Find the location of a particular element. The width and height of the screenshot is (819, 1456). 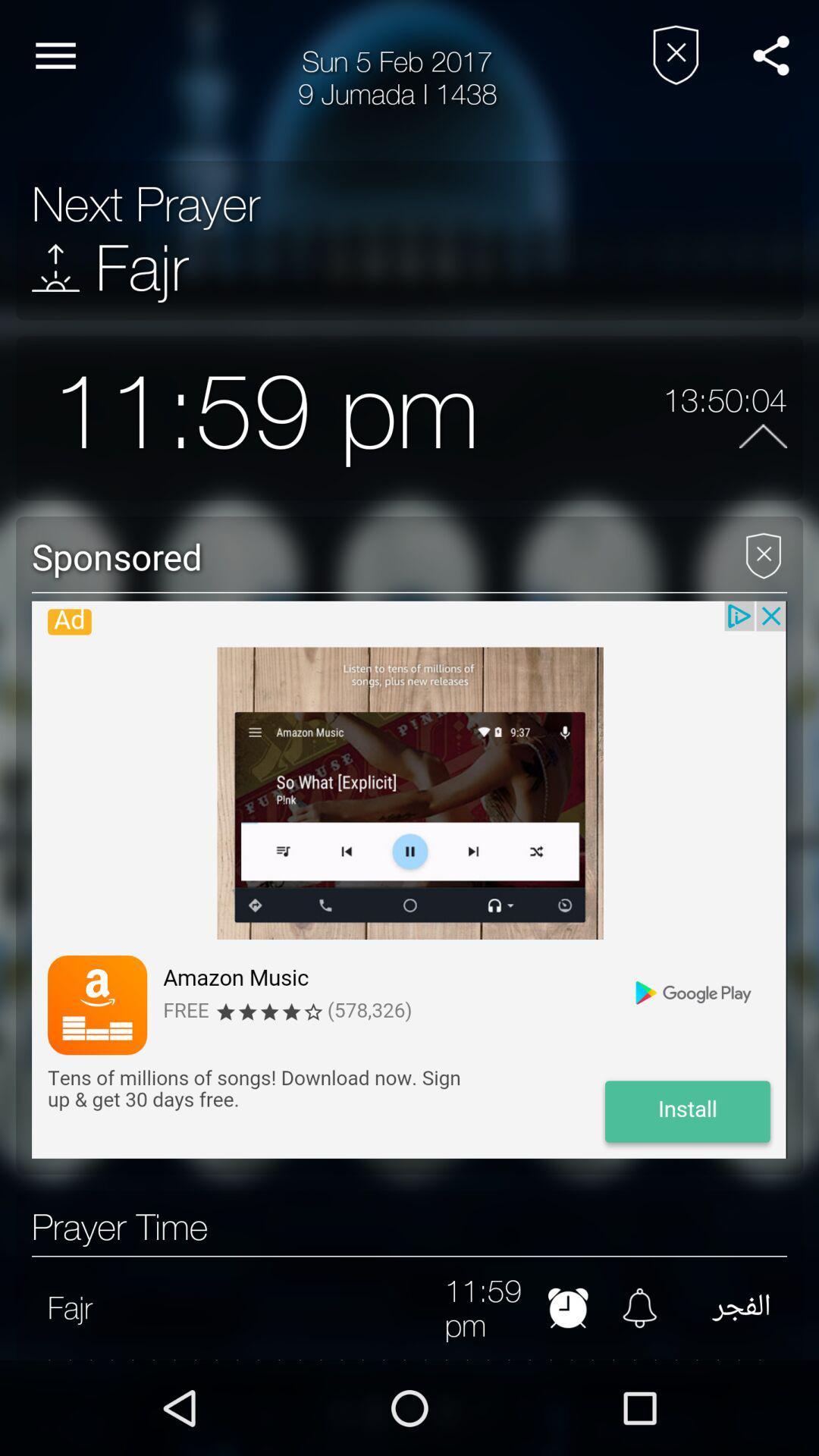

prayer time item is located at coordinates (119, 1227).